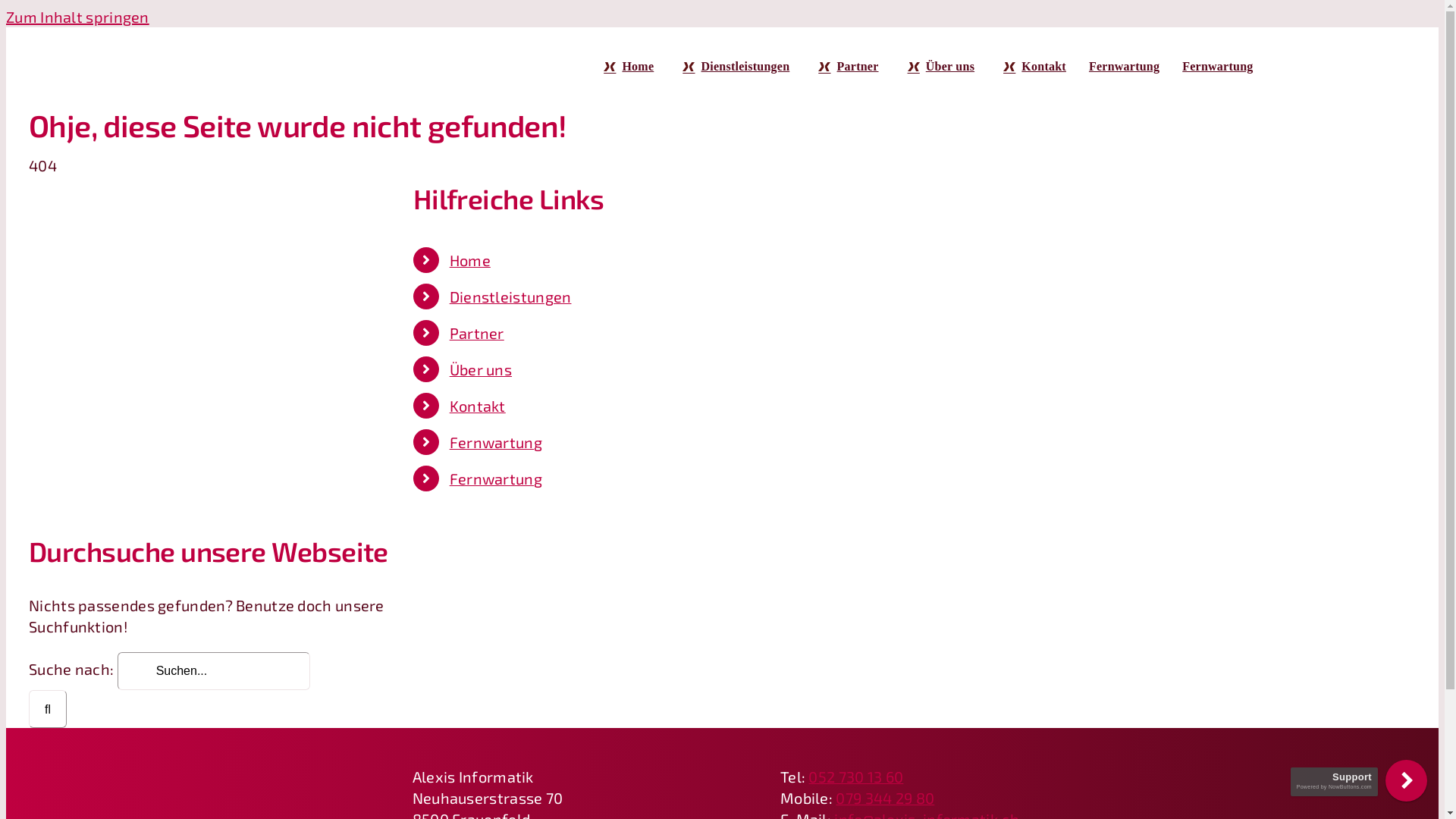 The image size is (1456, 819). What do you see at coordinates (495, 479) in the screenshot?
I see `'Fernwartung'` at bounding box center [495, 479].